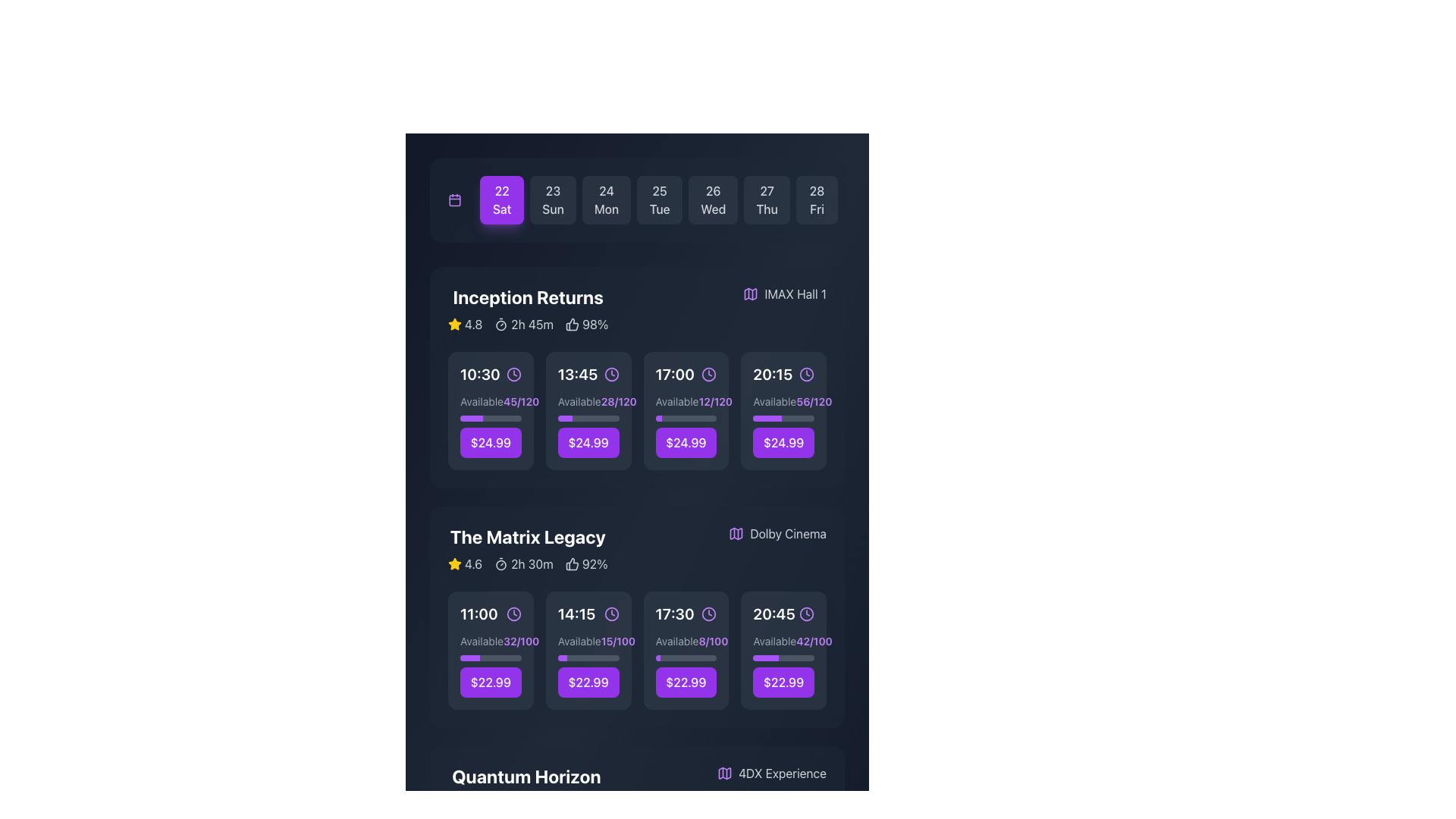  What do you see at coordinates (785, 294) in the screenshot?
I see `the label with an icon indicating the location of the movie 'Inception Returns', located in the upper-right section adjacent to the movie's duration and rating` at bounding box center [785, 294].